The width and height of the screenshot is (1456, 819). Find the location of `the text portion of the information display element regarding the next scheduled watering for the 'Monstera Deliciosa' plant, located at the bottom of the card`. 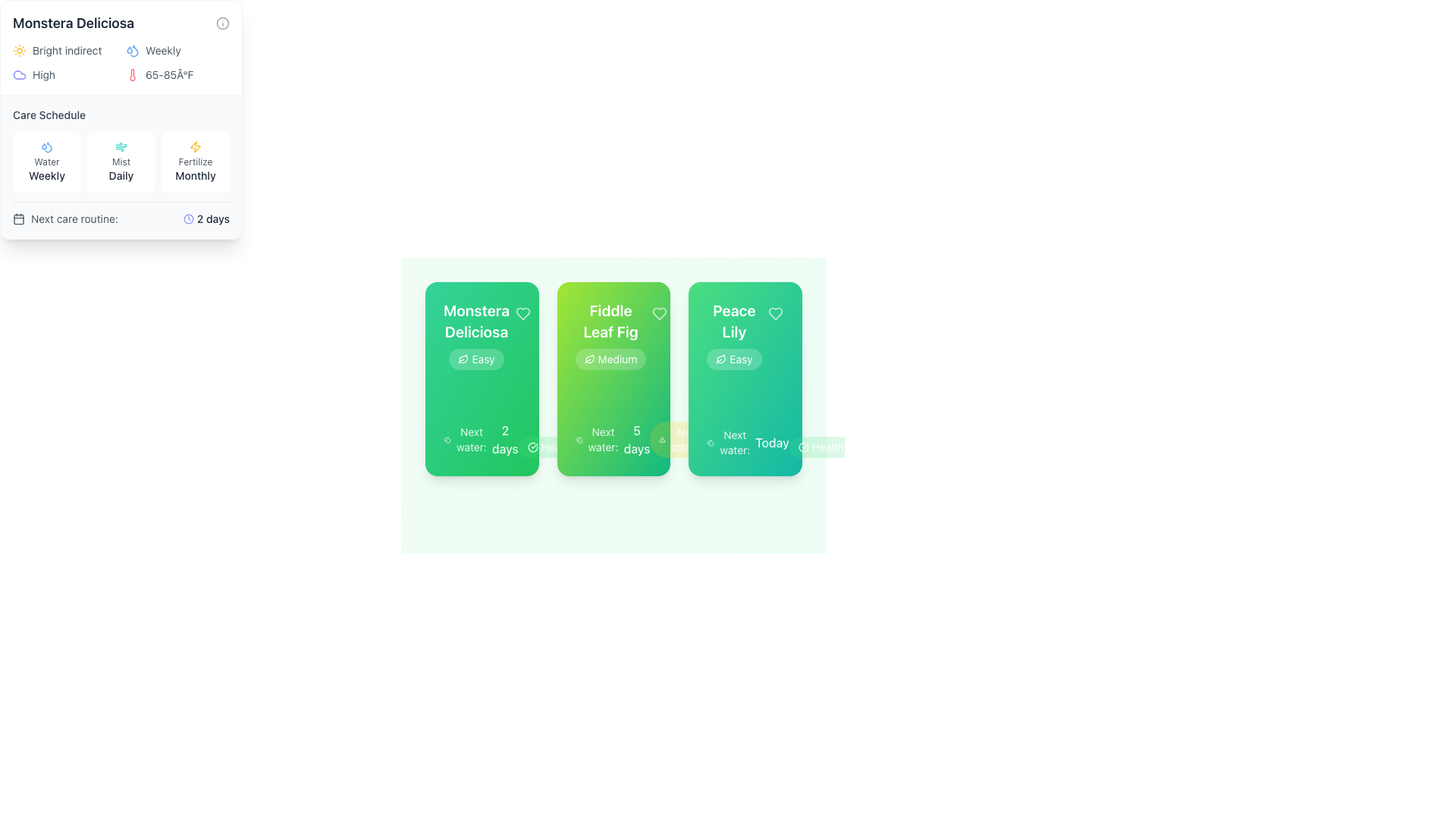

the text portion of the information display element regarding the next scheduled watering for the 'Monstera Deliciosa' plant, located at the bottom of the card is located at coordinates (481, 439).